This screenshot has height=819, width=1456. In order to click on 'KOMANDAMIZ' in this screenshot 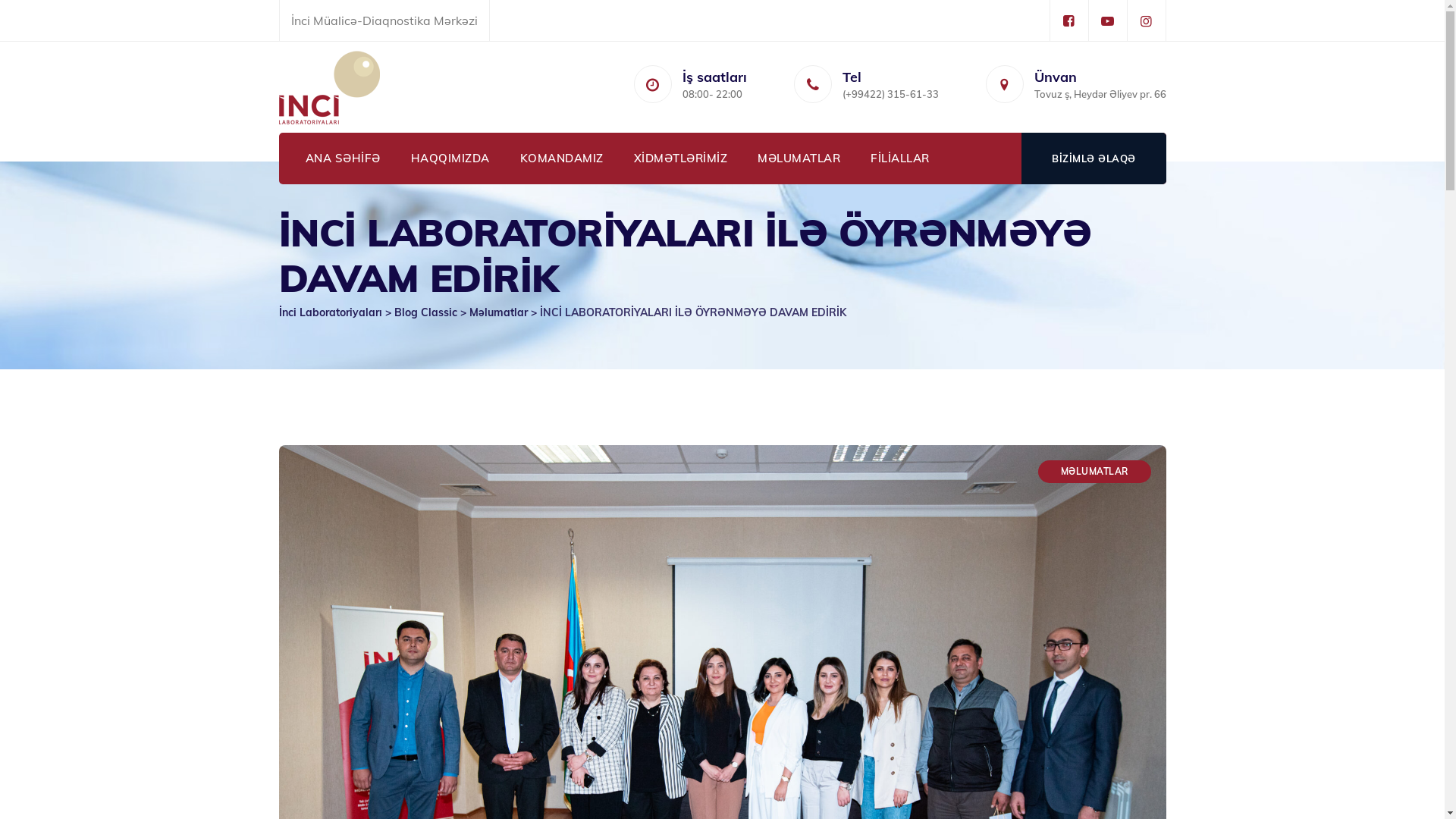, I will do `click(560, 158)`.